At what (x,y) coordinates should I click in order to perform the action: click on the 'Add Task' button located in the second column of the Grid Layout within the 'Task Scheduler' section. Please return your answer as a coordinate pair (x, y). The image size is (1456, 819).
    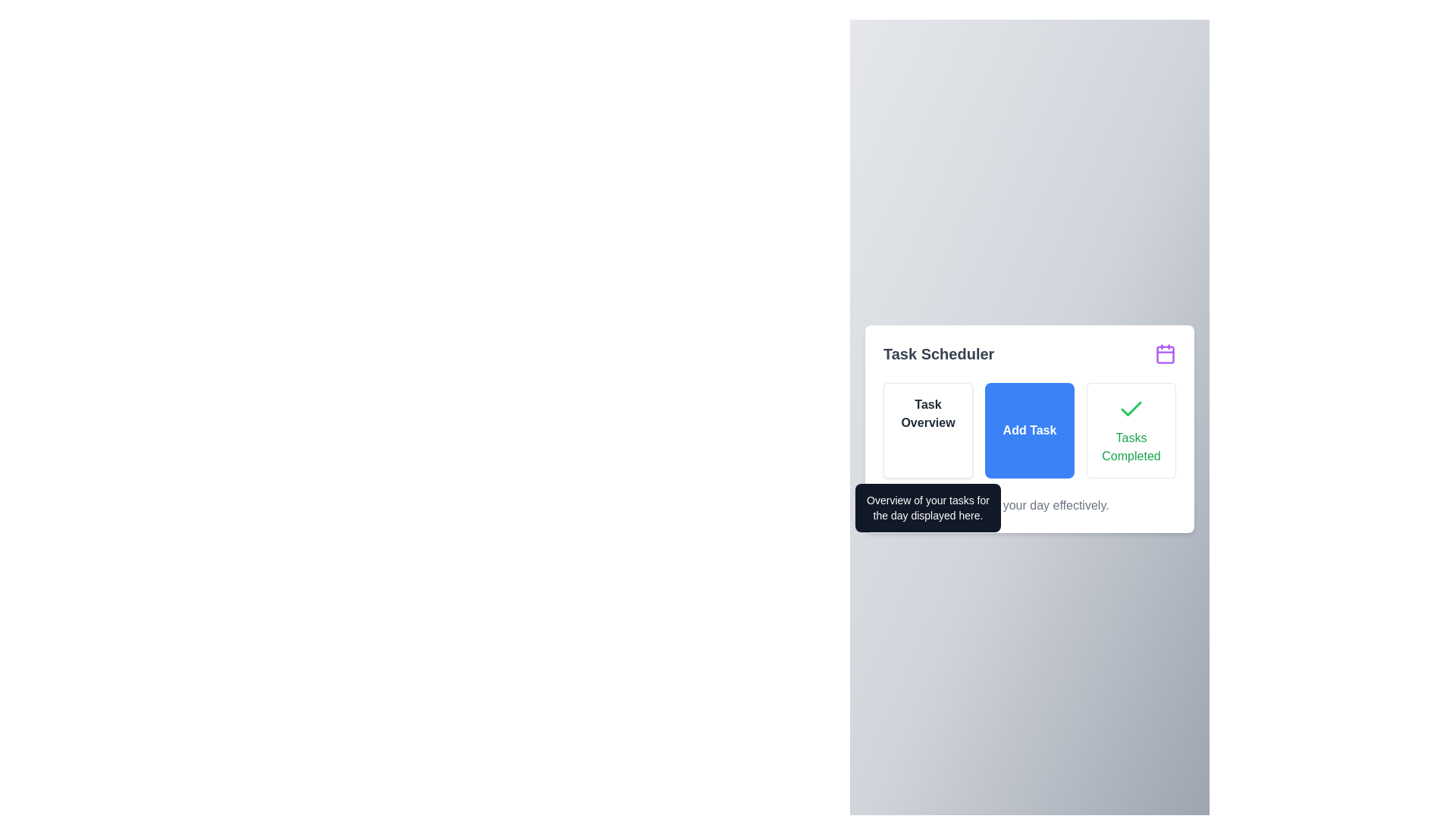
    Looking at the image, I should click on (1030, 430).